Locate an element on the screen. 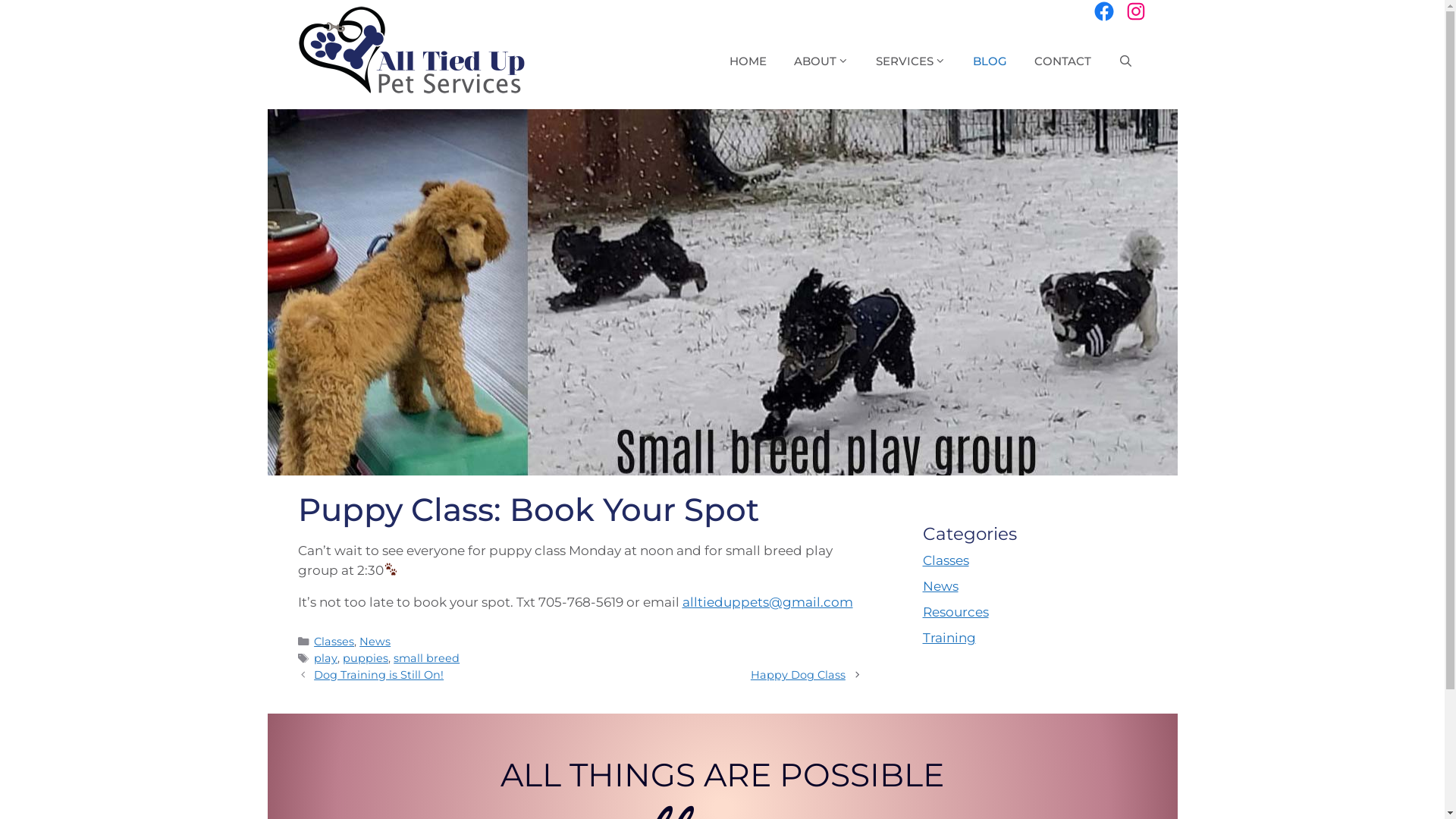 The image size is (1456, 819). 'puppies' is located at coordinates (365, 657).